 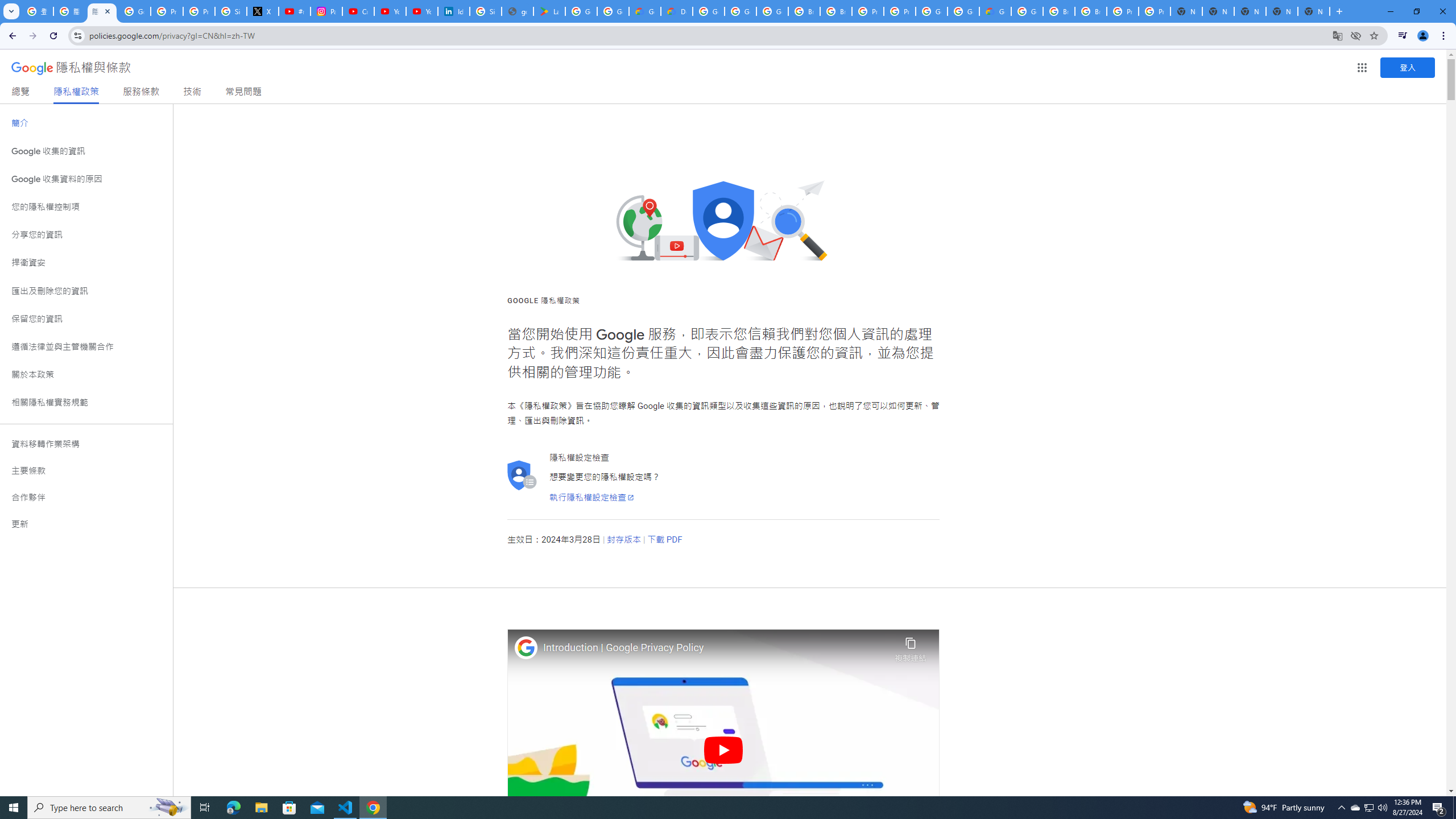 I want to click on 'Translate this page', so click(x=1337, y=35).